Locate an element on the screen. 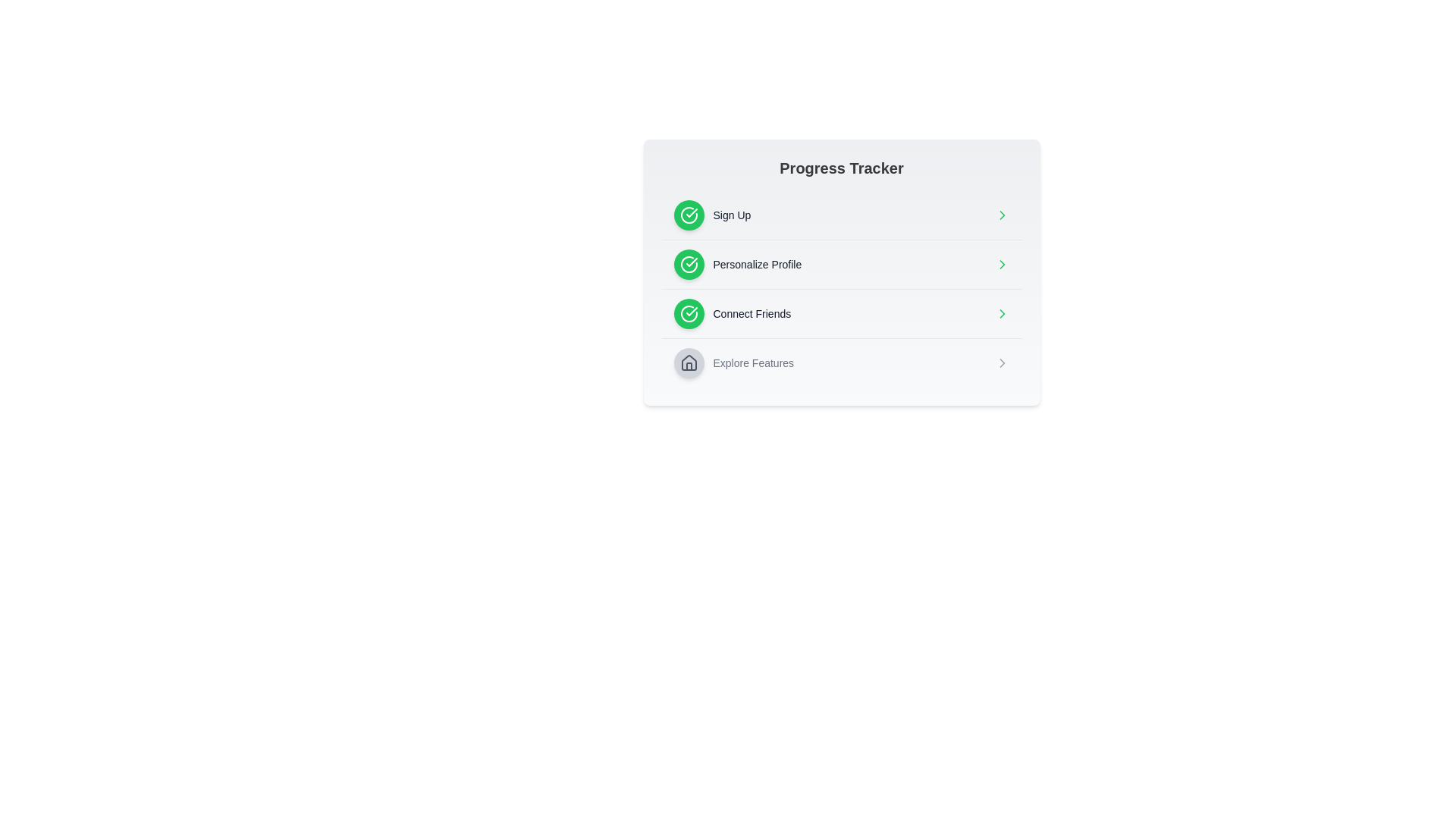 The height and width of the screenshot is (819, 1456). the second checkmark icon indicating the completion status of the 'Personalize Profile' task, located to the left of the 'Personalize Profile' label is located at coordinates (688, 263).